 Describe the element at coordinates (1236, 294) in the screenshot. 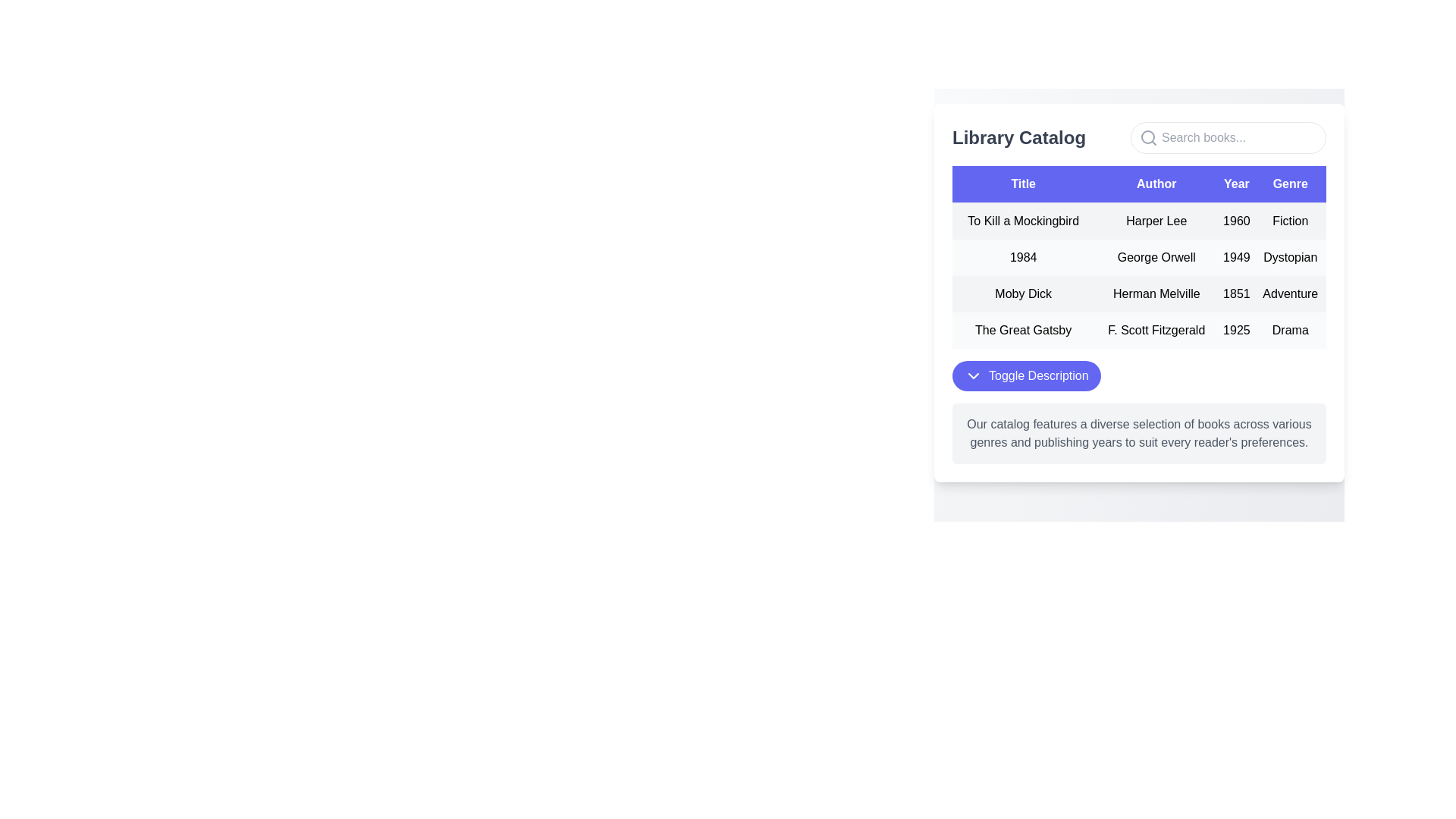

I see `text '1851' displayed under the 'Year' column in the third row of the table, which aligns with 'Moby Dick' and 'Herman Melville'` at that location.